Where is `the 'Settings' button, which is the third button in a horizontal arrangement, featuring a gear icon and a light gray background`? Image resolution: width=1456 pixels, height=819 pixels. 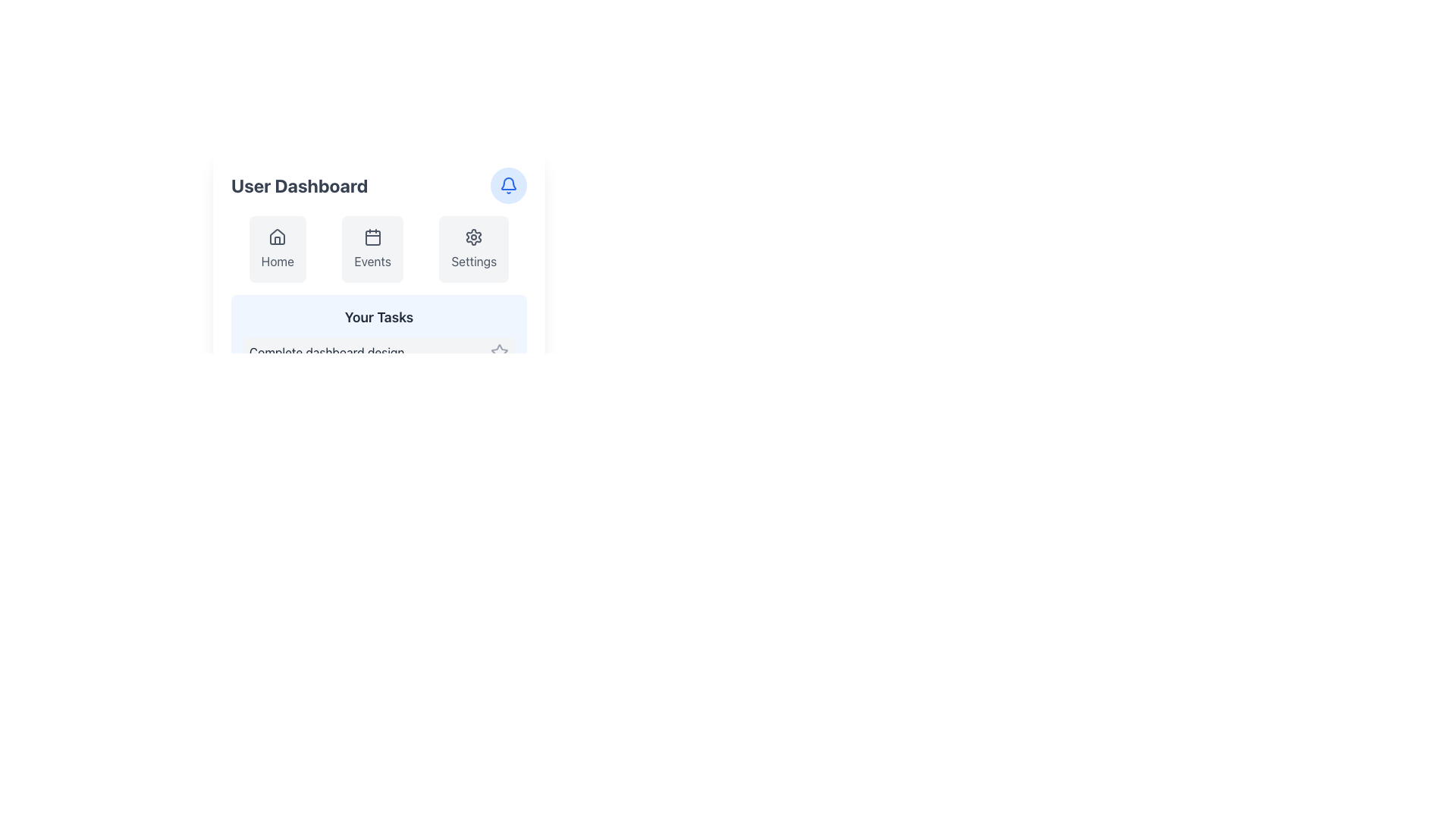 the 'Settings' button, which is the third button in a horizontal arrangement, featuring a gear icon and a light gray background is located at coordinates (473, 248).